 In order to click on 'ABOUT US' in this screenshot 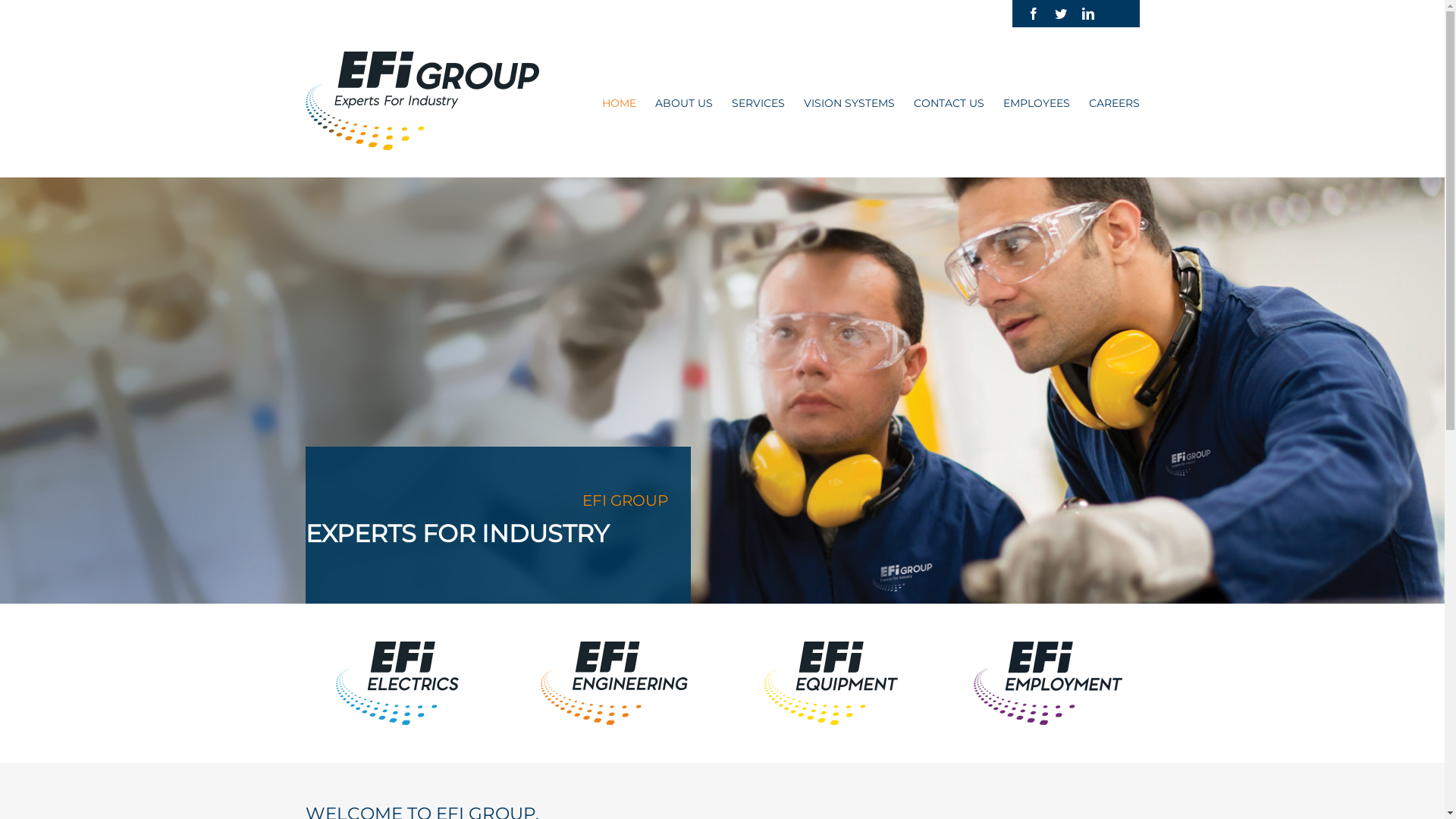, I will do `click(683, 102)`.